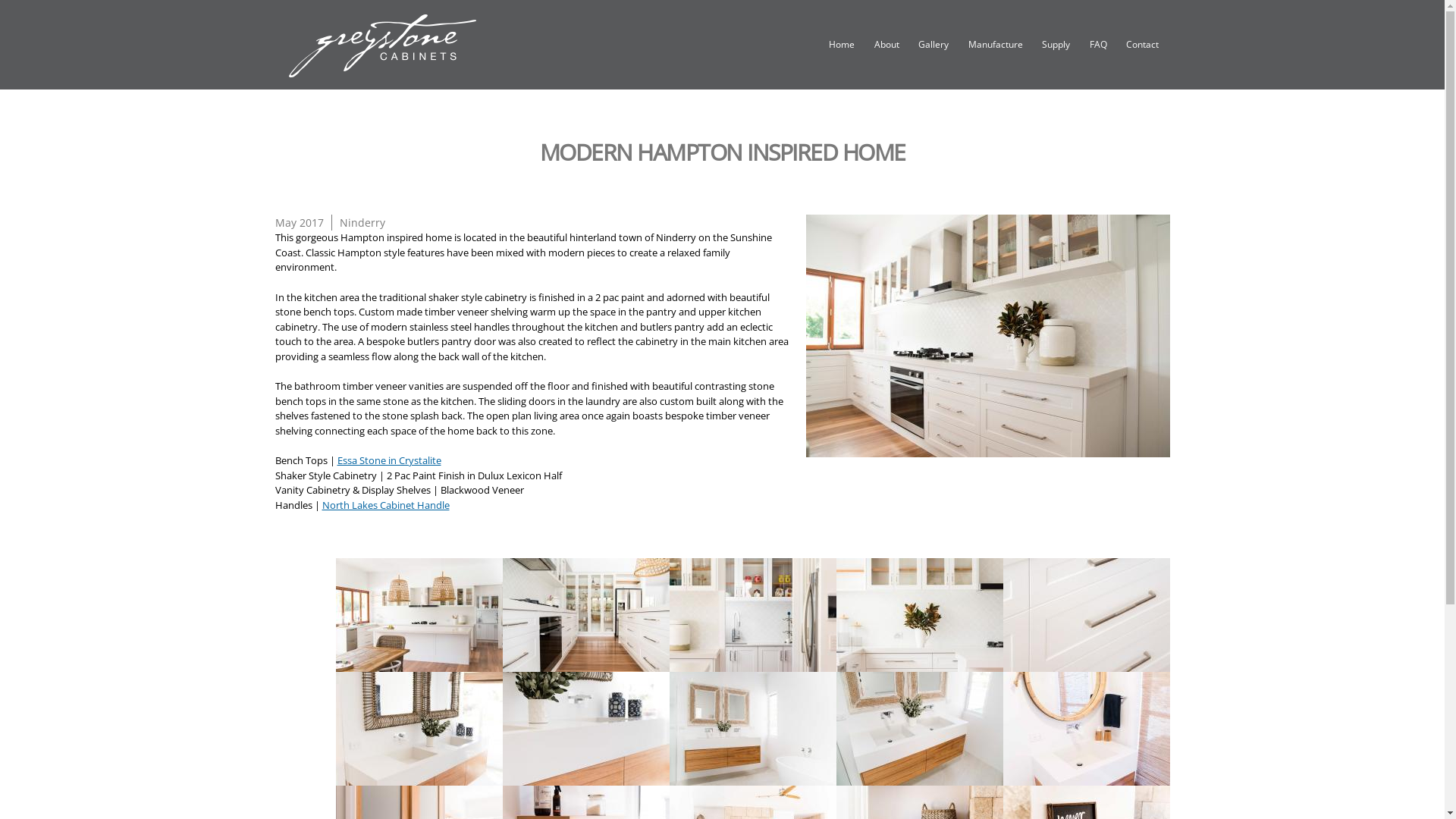 This screenshot has width=1456, height=819. I want to click on 'Modern Hampton Home Glass Pantry Doors', so click(585, 663).